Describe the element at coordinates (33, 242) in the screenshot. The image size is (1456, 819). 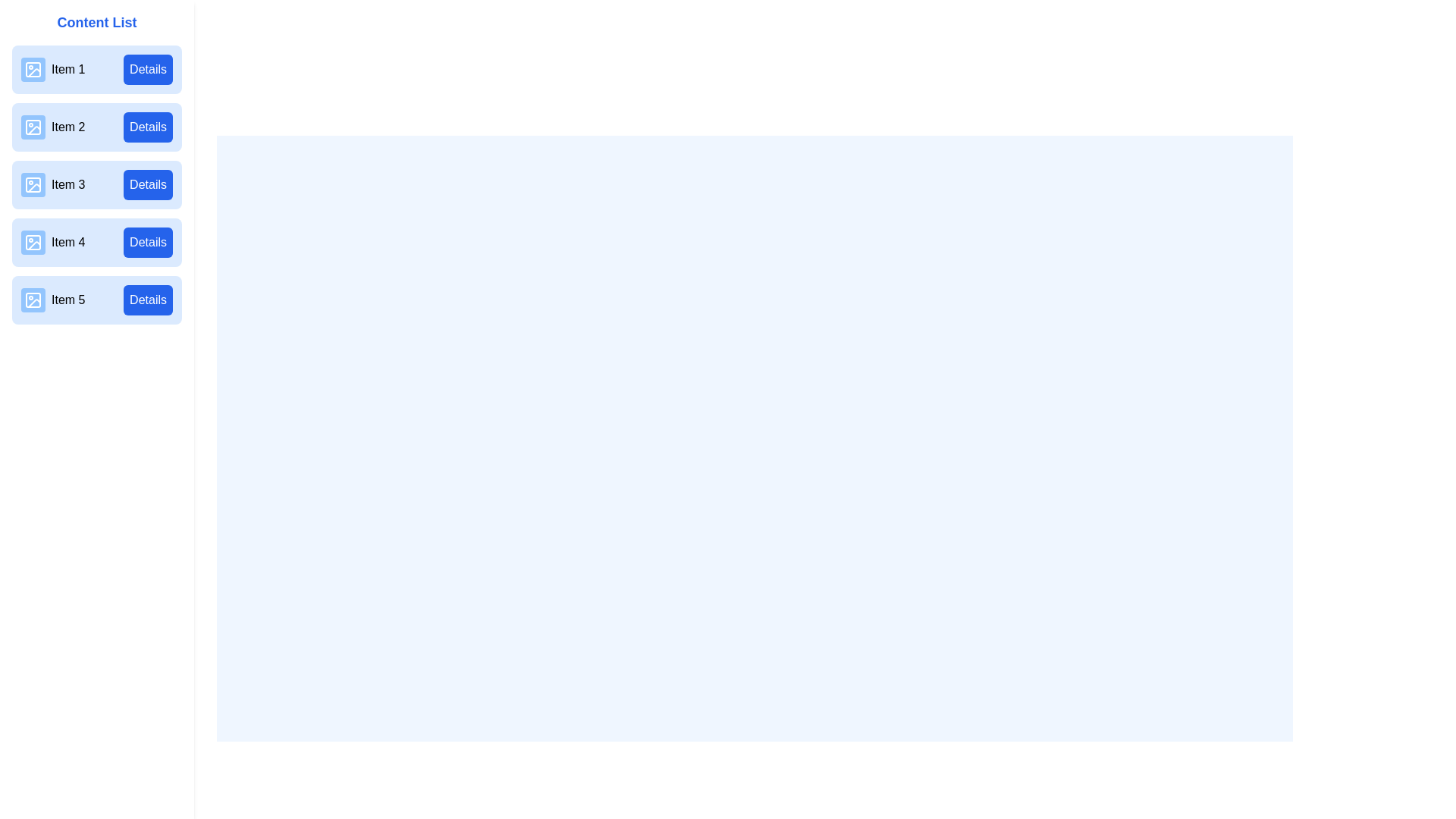
I see `the decorative rectangle within the SVG element located in the image icon of 'Item 4', positioned centrally in the icon's area` at that location.